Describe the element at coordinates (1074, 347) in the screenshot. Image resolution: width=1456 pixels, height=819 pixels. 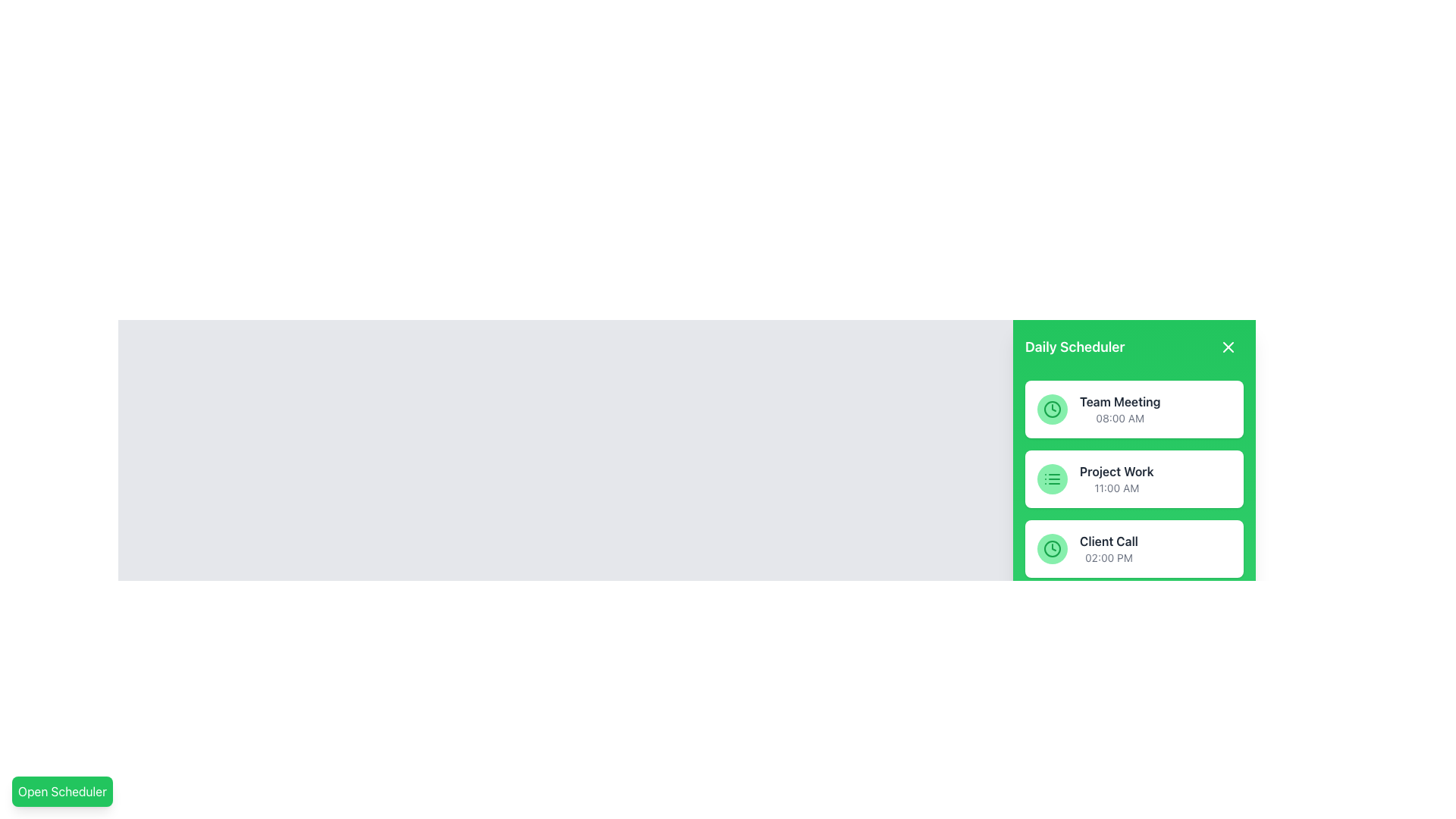
I see `the text label serving as a title or identifier for the scheduling tasks section, located in the top-left part of the green header section of the sidebar panel` at that location.